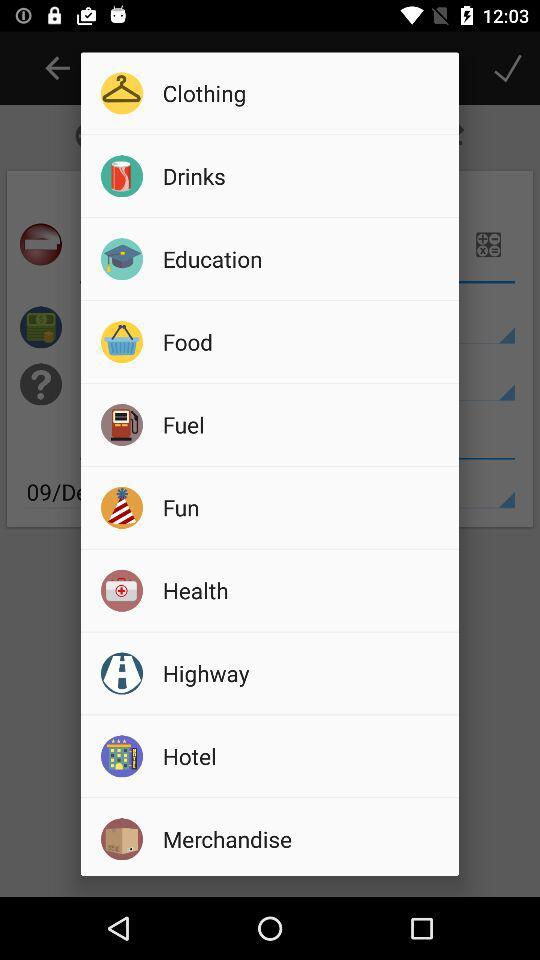  What do you see at coordinates (303, 424) in the screenshot?
I see `the item above the fun item` at bounding box center [303, 424].